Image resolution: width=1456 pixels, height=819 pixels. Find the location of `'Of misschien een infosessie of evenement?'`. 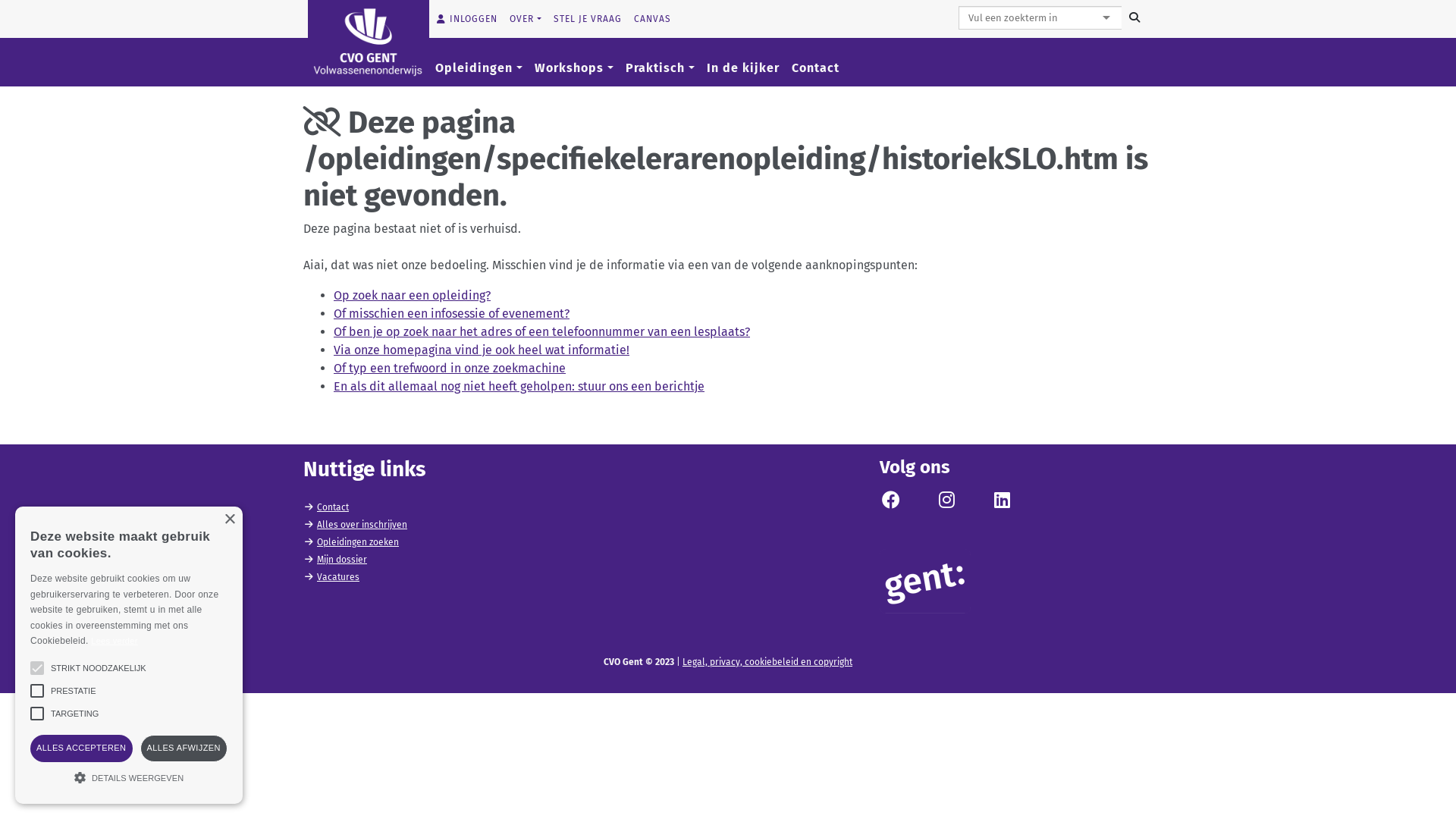

'Of misschien een infosessie of evenement?' is located at coordinates (450, 312).